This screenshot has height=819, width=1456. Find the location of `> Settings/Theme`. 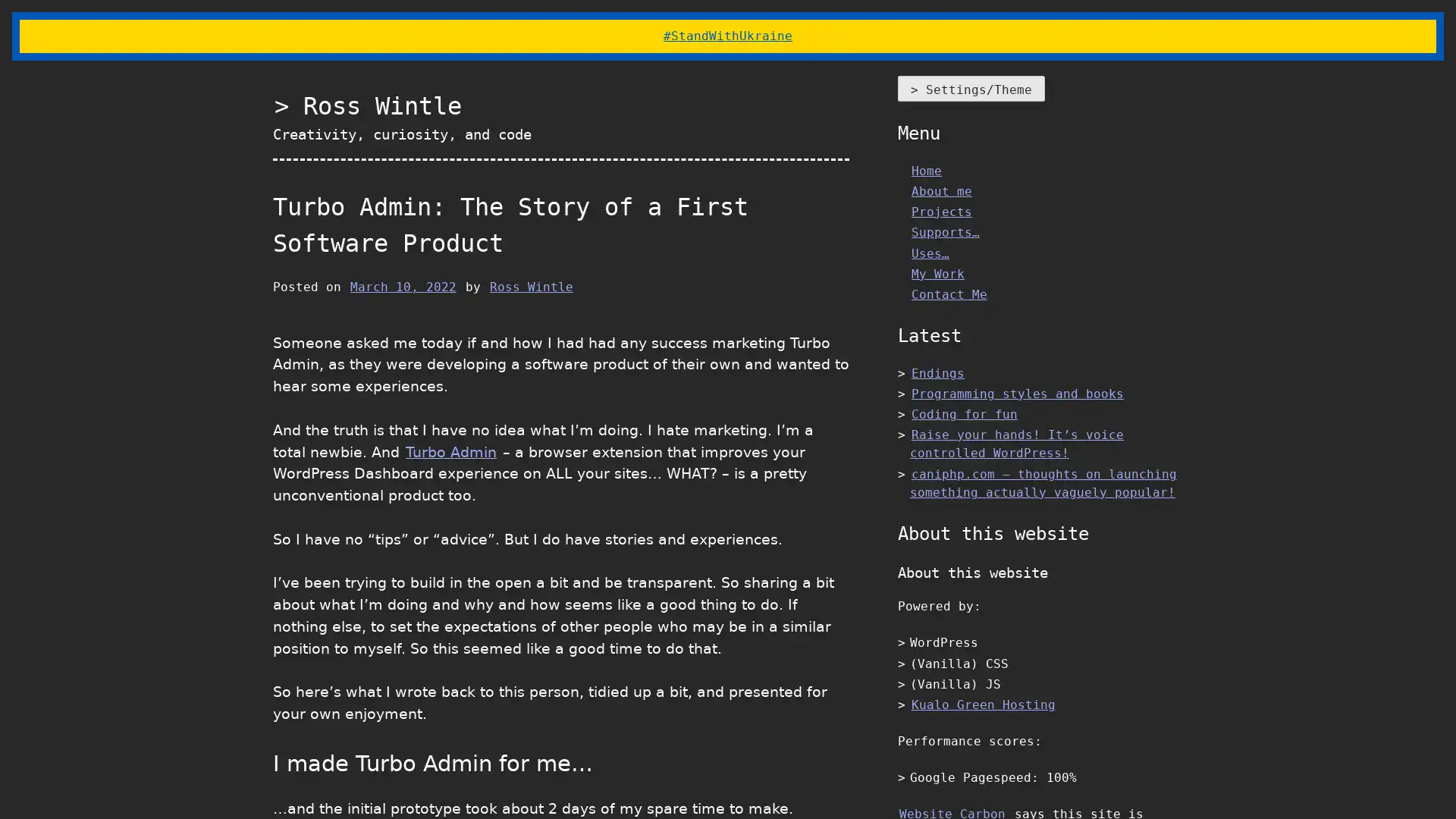

> Settings/Theme is located at coordinates (971, 88).